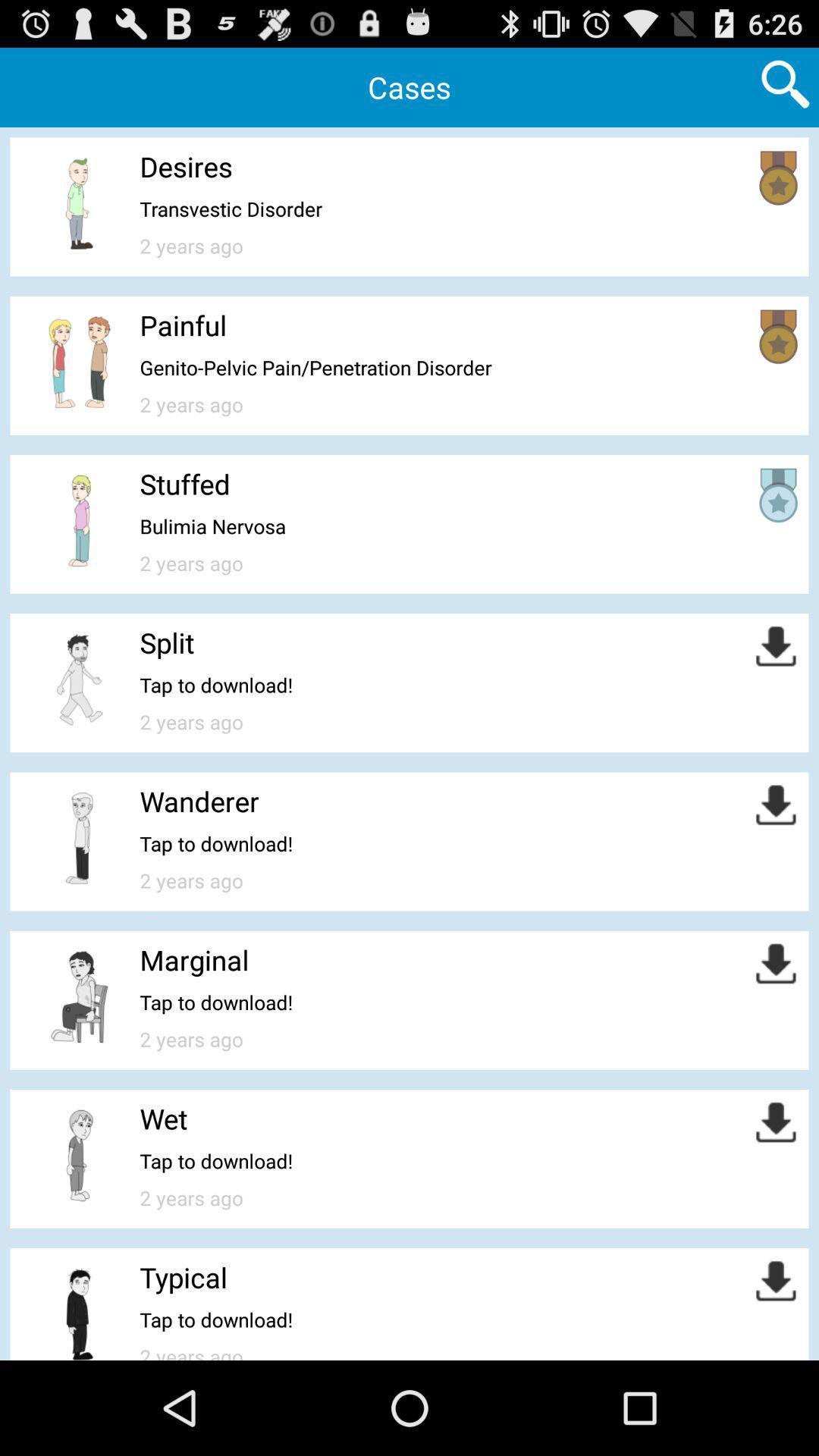 Image resolution: width=819 pixels, height=1456 pixels. What do you see at coordinates (315, 367) in the screenshot?
I see `item below the painful` at bounding box center [315, 367].